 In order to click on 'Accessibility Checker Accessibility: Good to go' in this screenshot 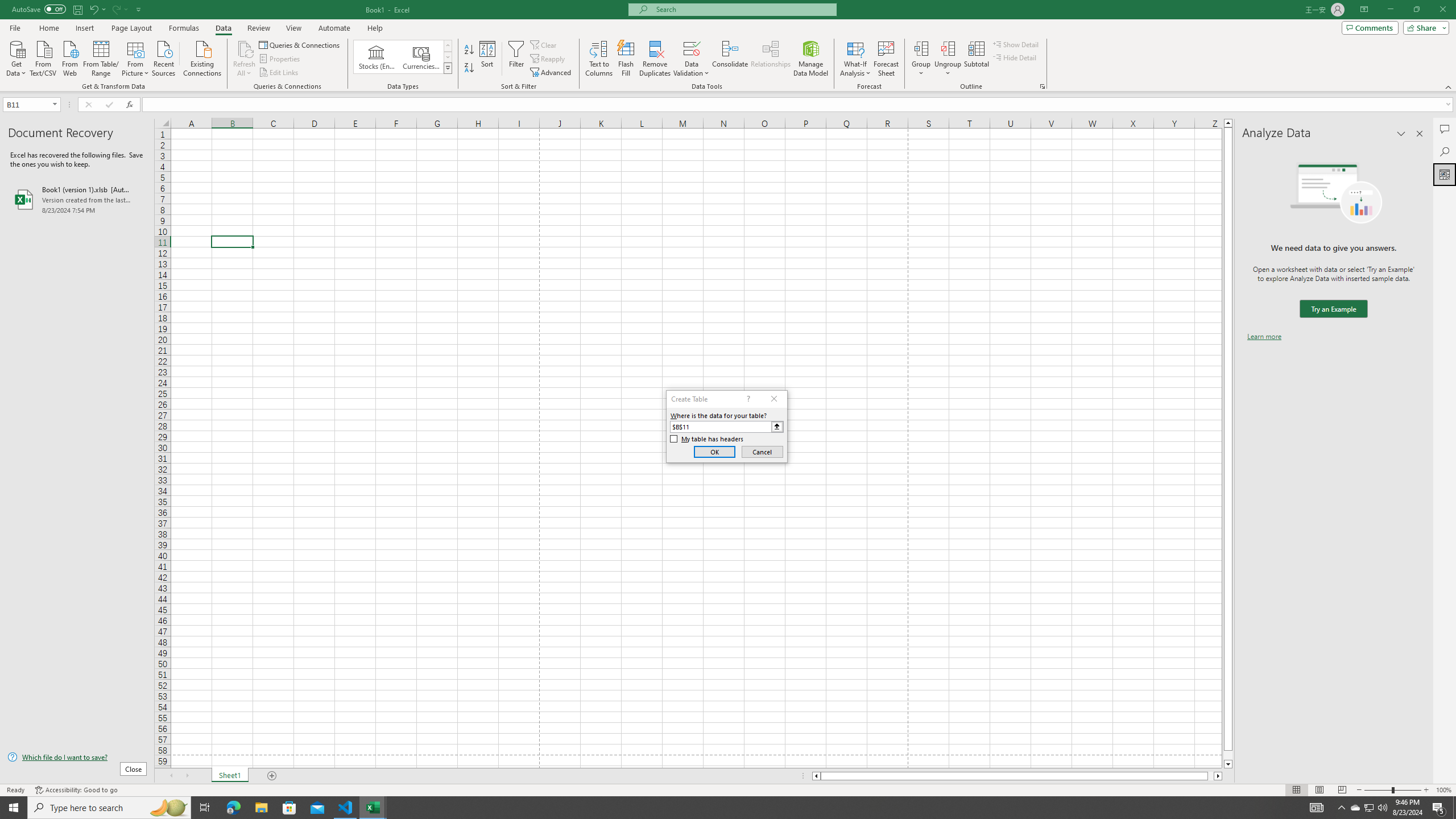, I will do `click(76, 790)`.